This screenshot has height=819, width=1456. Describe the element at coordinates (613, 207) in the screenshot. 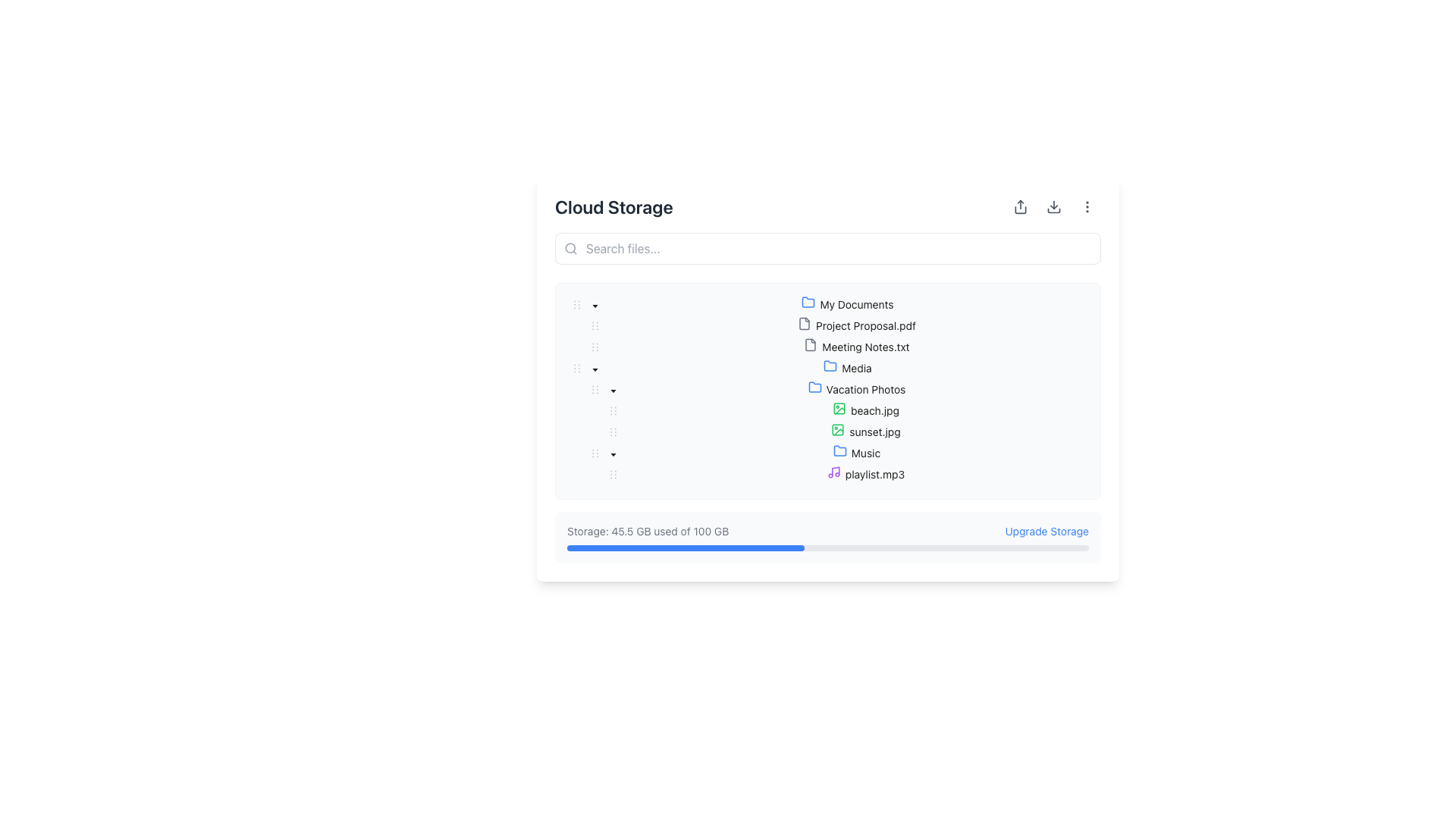

I see `the 'Cloud Storage' header text label, which indicates the current section of the application` at that location.